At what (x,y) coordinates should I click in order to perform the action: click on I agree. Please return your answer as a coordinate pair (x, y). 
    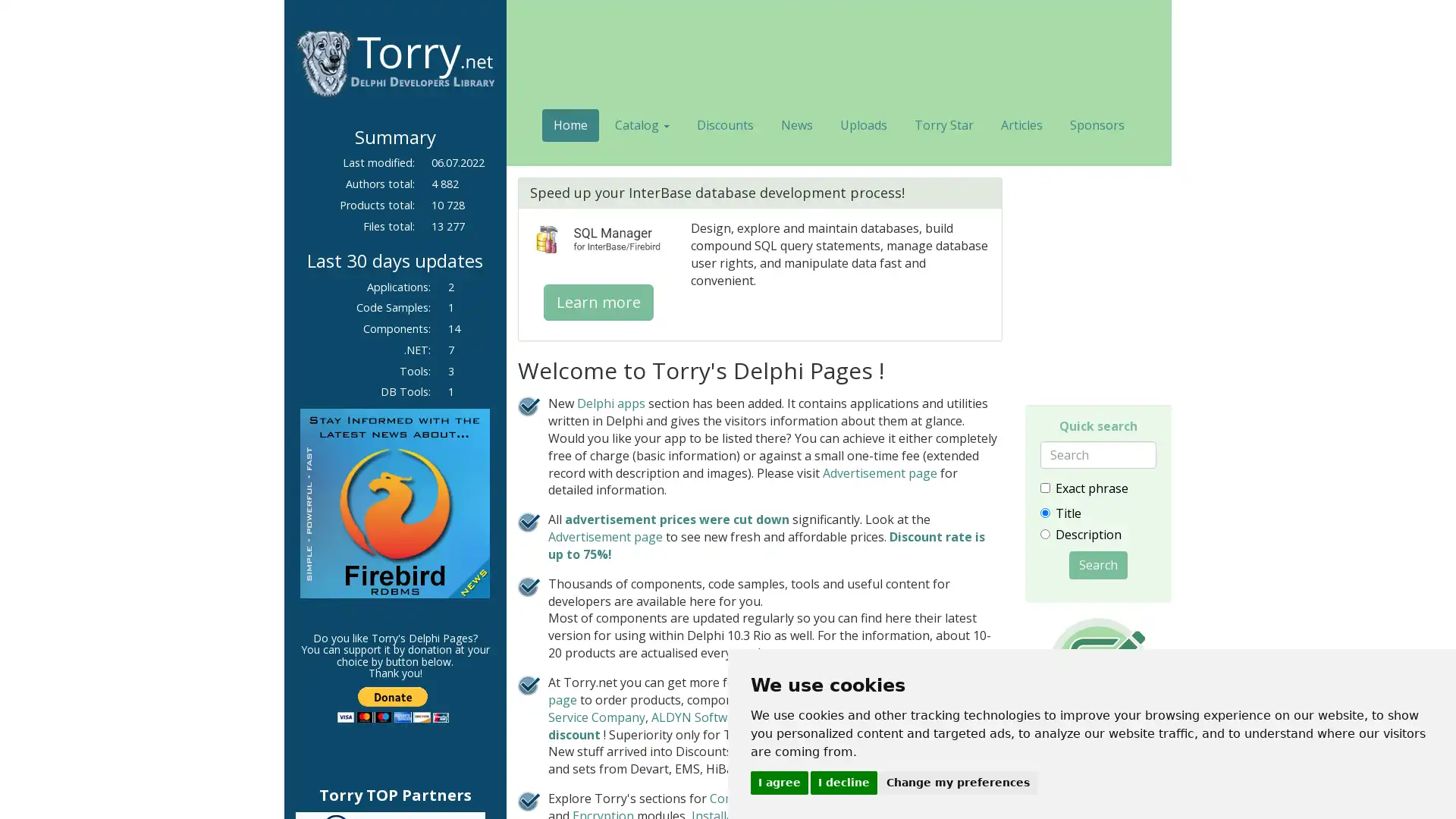
    Looking at the image, I should click on (779, 782).